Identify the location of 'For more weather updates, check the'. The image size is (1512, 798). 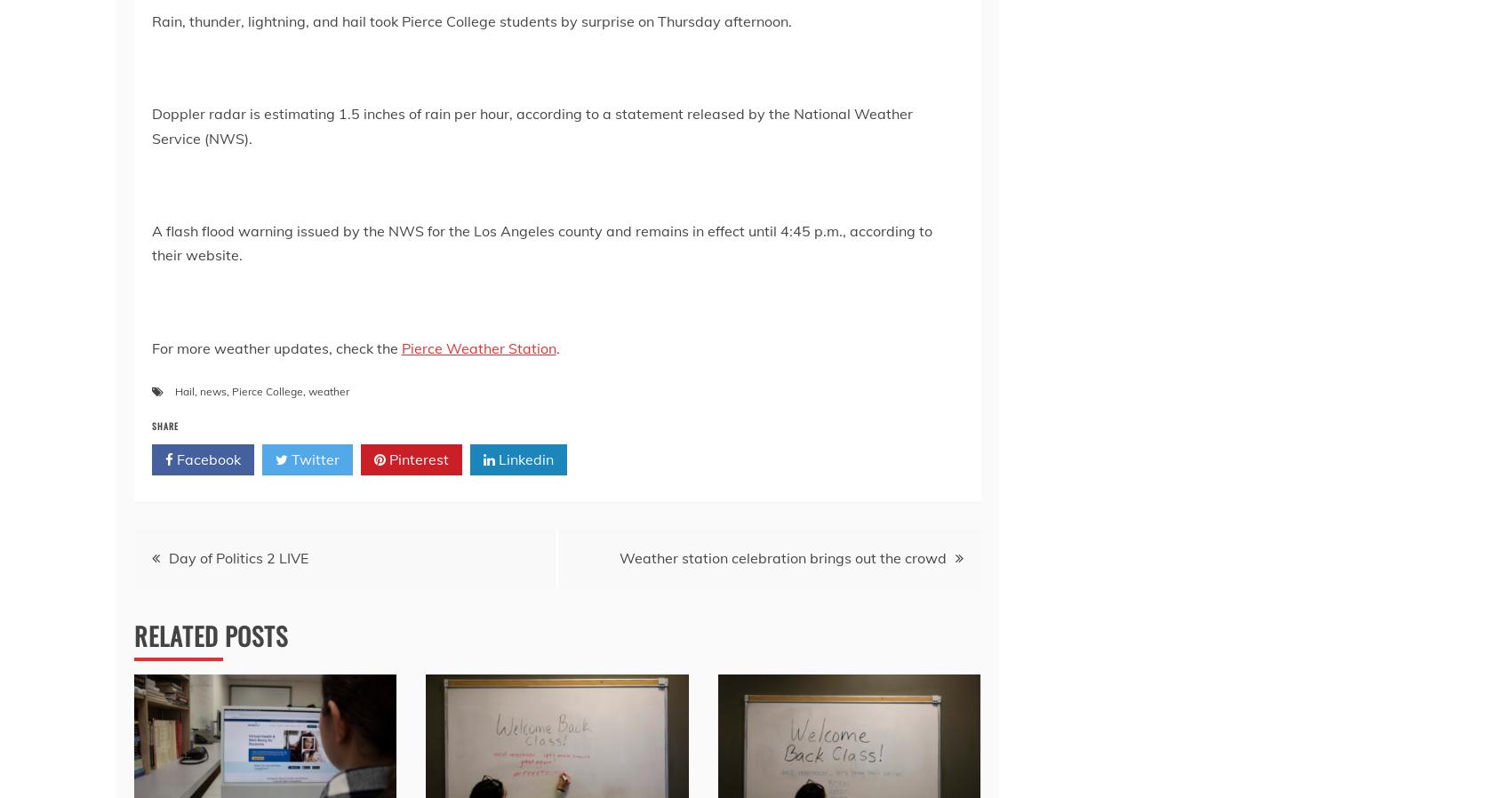
(276, 347).